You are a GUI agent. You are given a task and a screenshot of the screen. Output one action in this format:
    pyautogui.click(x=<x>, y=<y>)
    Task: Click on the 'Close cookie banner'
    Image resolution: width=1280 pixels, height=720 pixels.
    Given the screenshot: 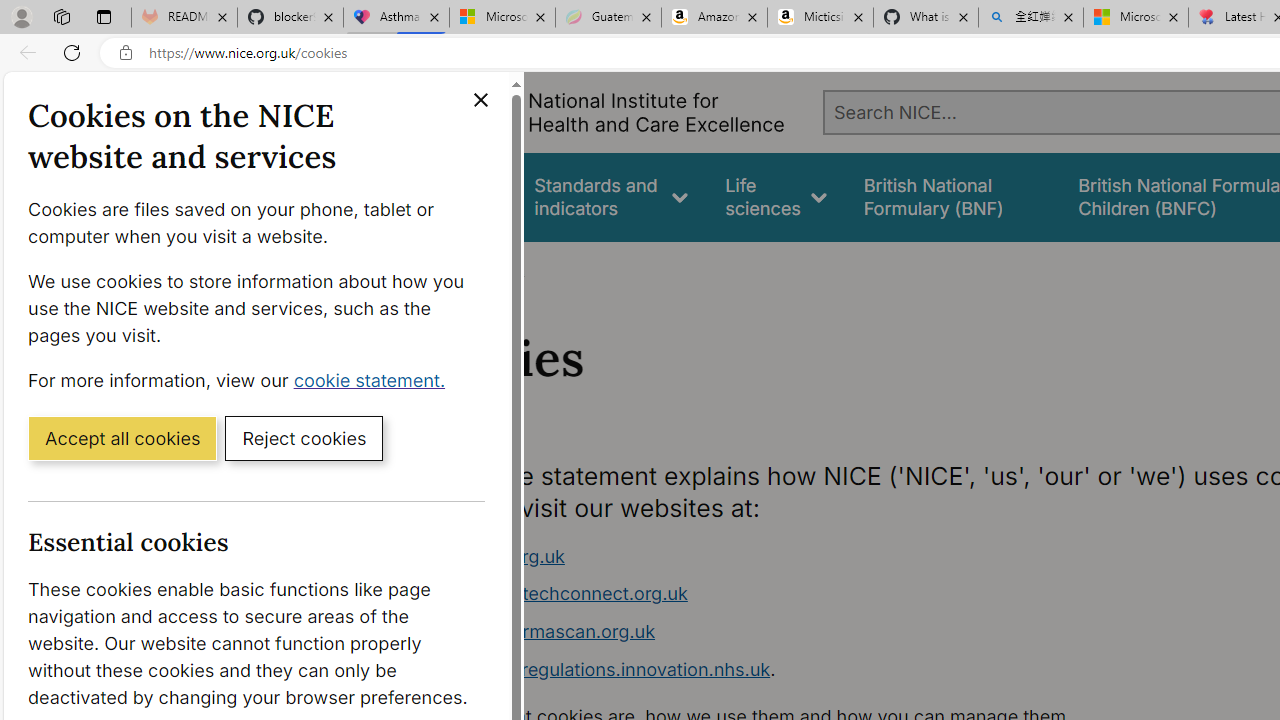 What is the action you would take?
    pyautogui.click(x=480, y=100)
    